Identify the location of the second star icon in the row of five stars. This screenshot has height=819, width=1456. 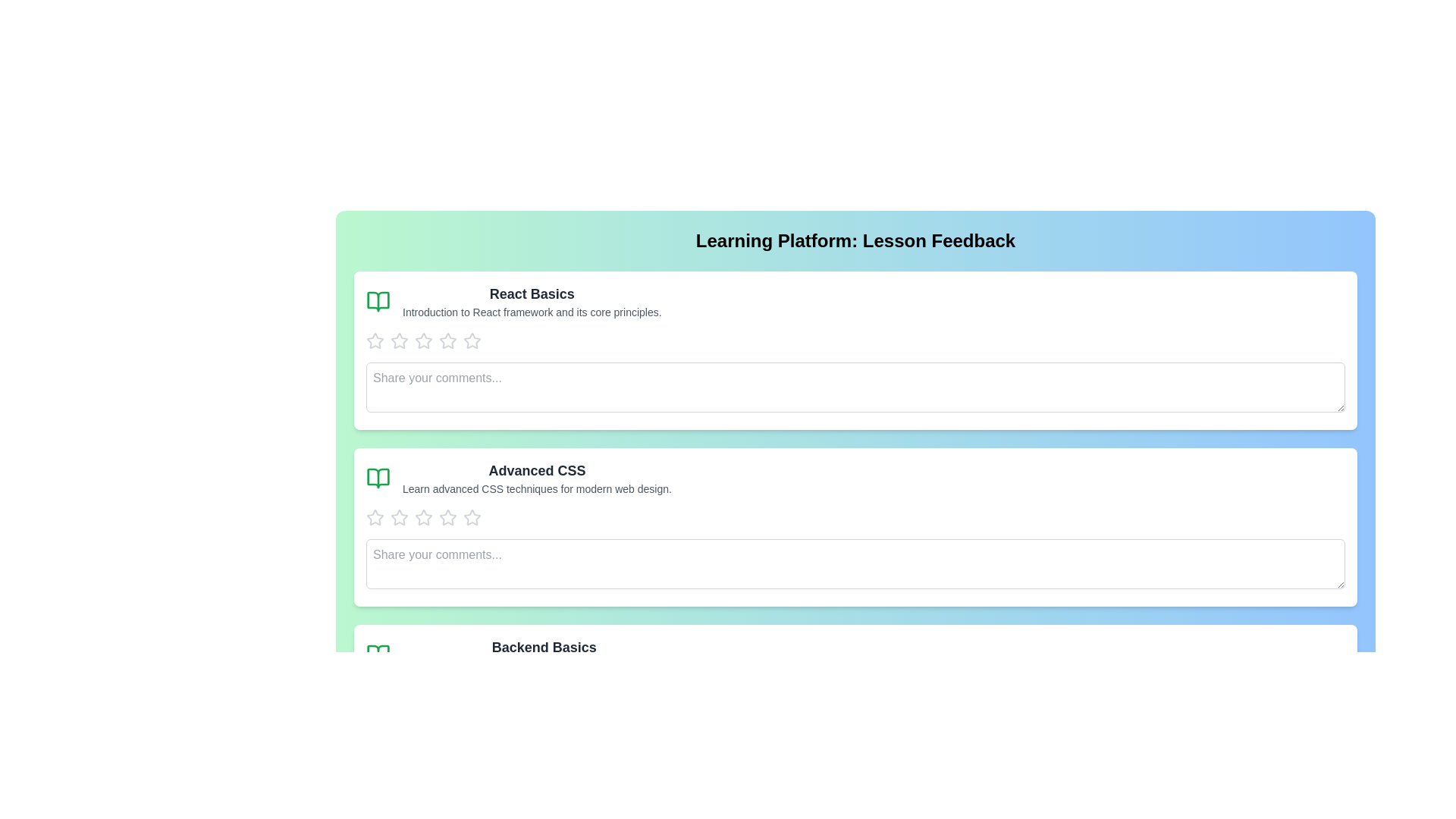
(447, 516).